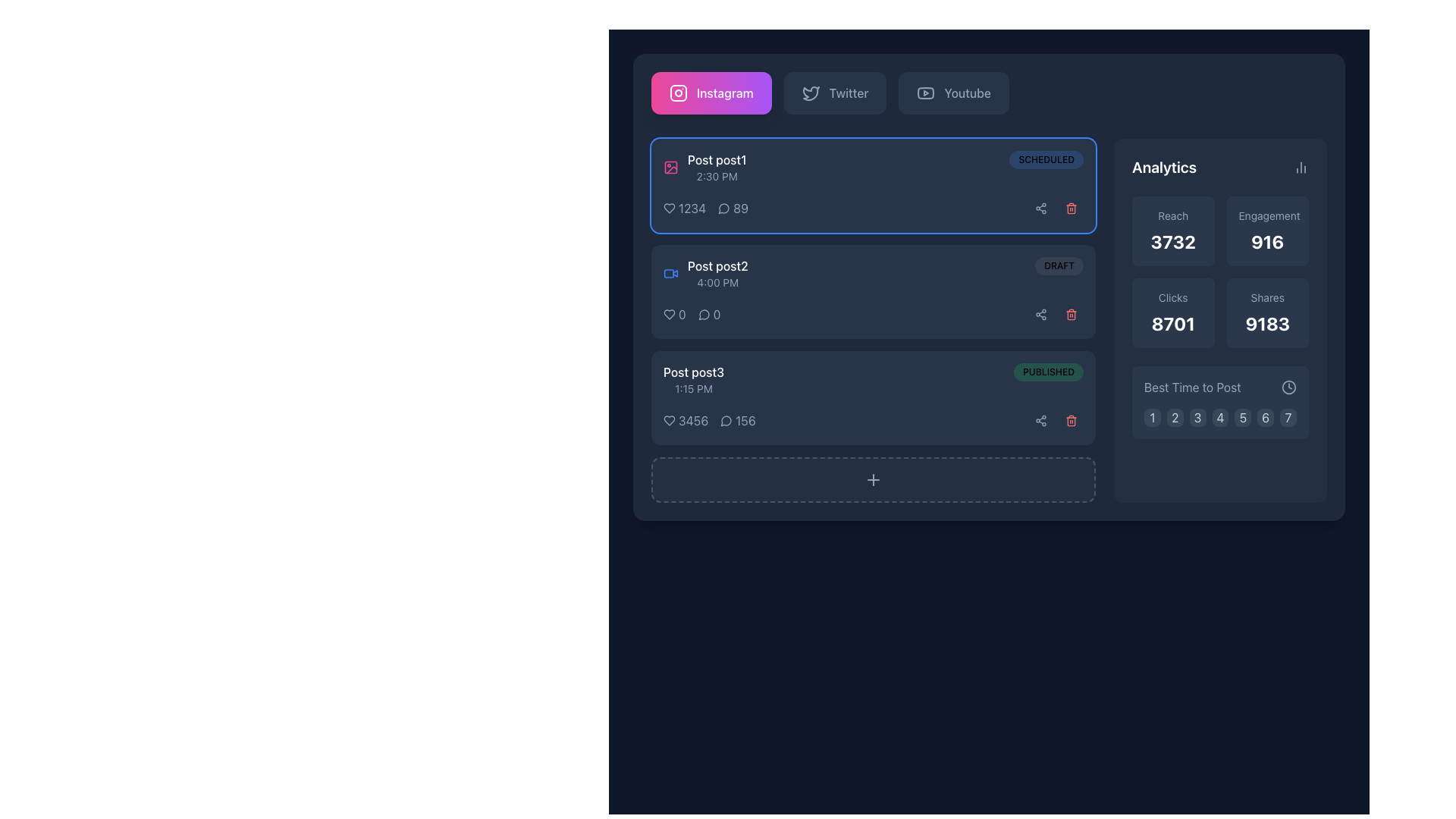 The image size is (1456, 819). Describe the element at coordinates (1288, 386) in the screenshot. I see `the small circular clock icon located in the 'Analytics' section next to the 'Best Time to Post' label` at that location.